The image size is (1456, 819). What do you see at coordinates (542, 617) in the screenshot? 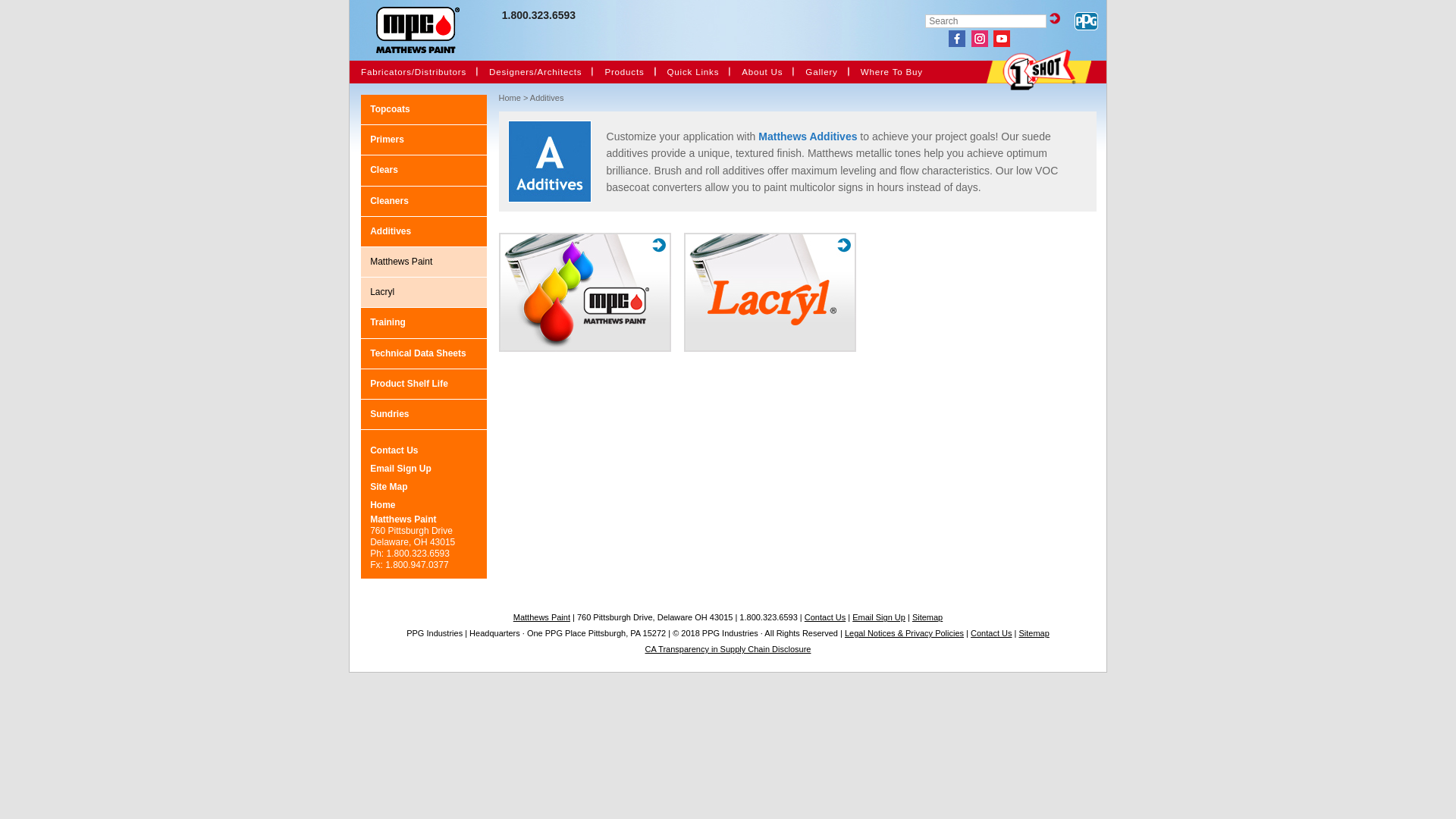
I see `'Matthews Paint'` at bounding box center [542, 617].